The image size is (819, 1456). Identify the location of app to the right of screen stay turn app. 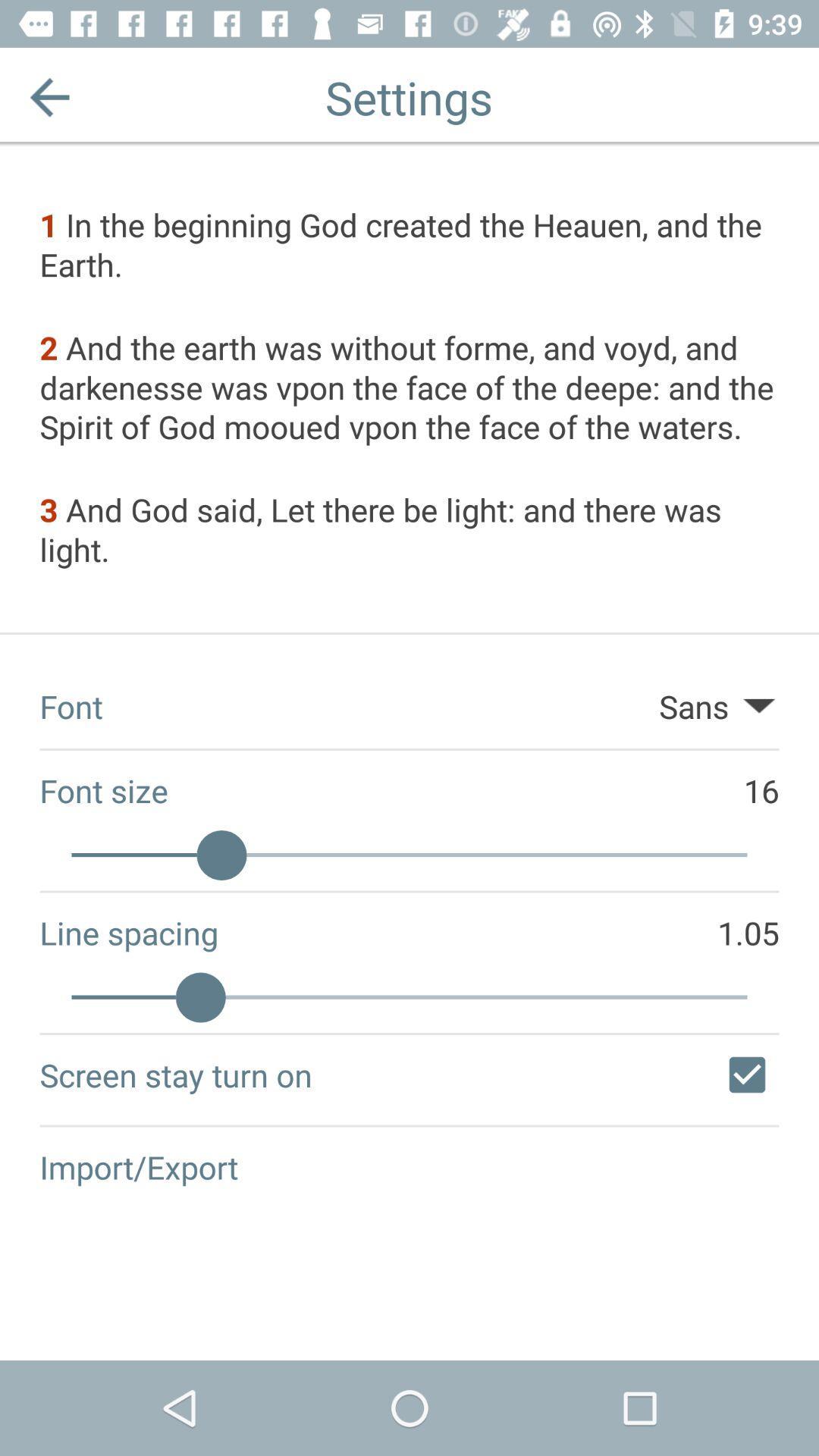
(746, 1074).